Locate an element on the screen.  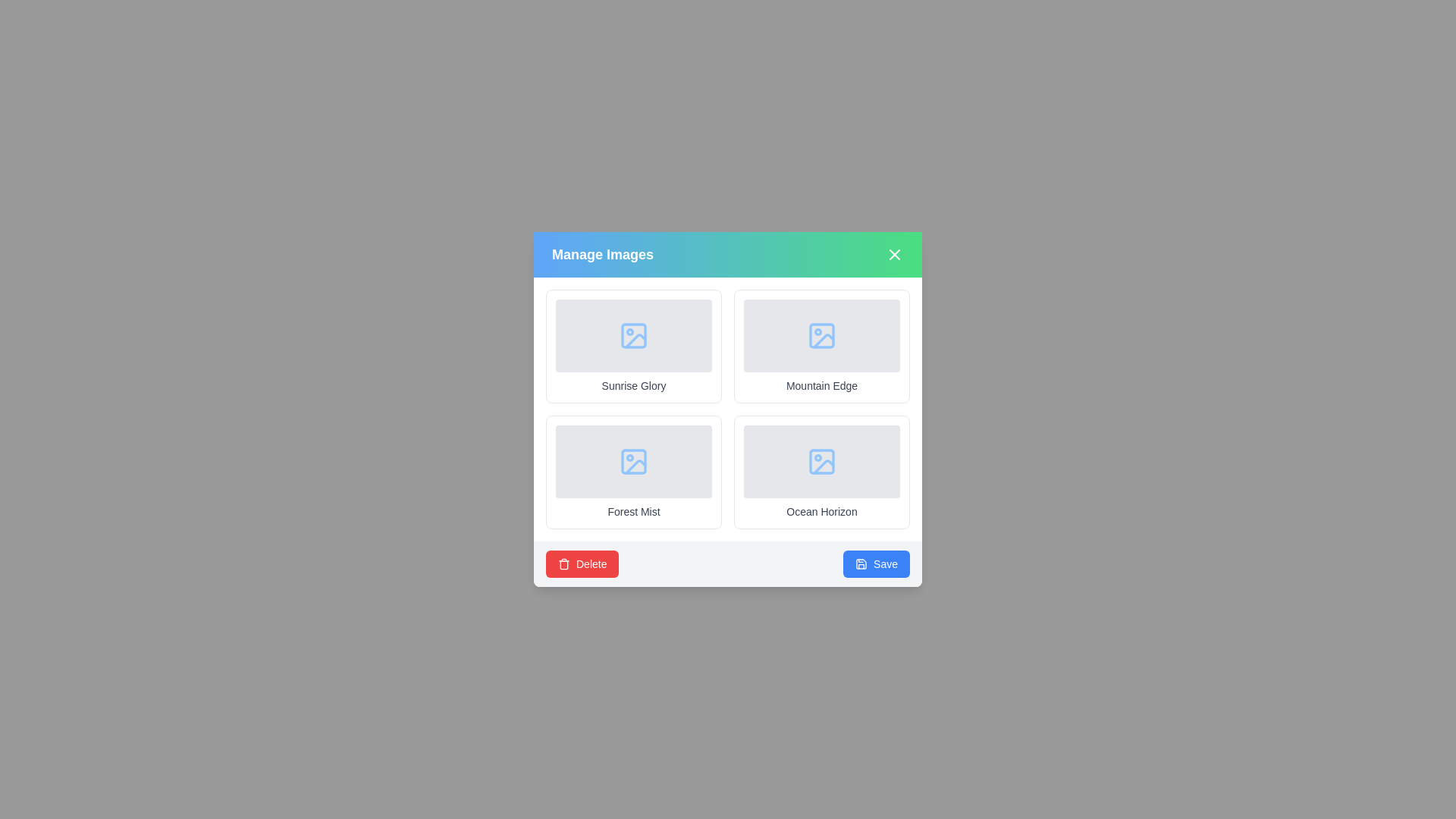
the light blue photograph icon in the 'Manage Images' modal is located at coordinates (633, 461).